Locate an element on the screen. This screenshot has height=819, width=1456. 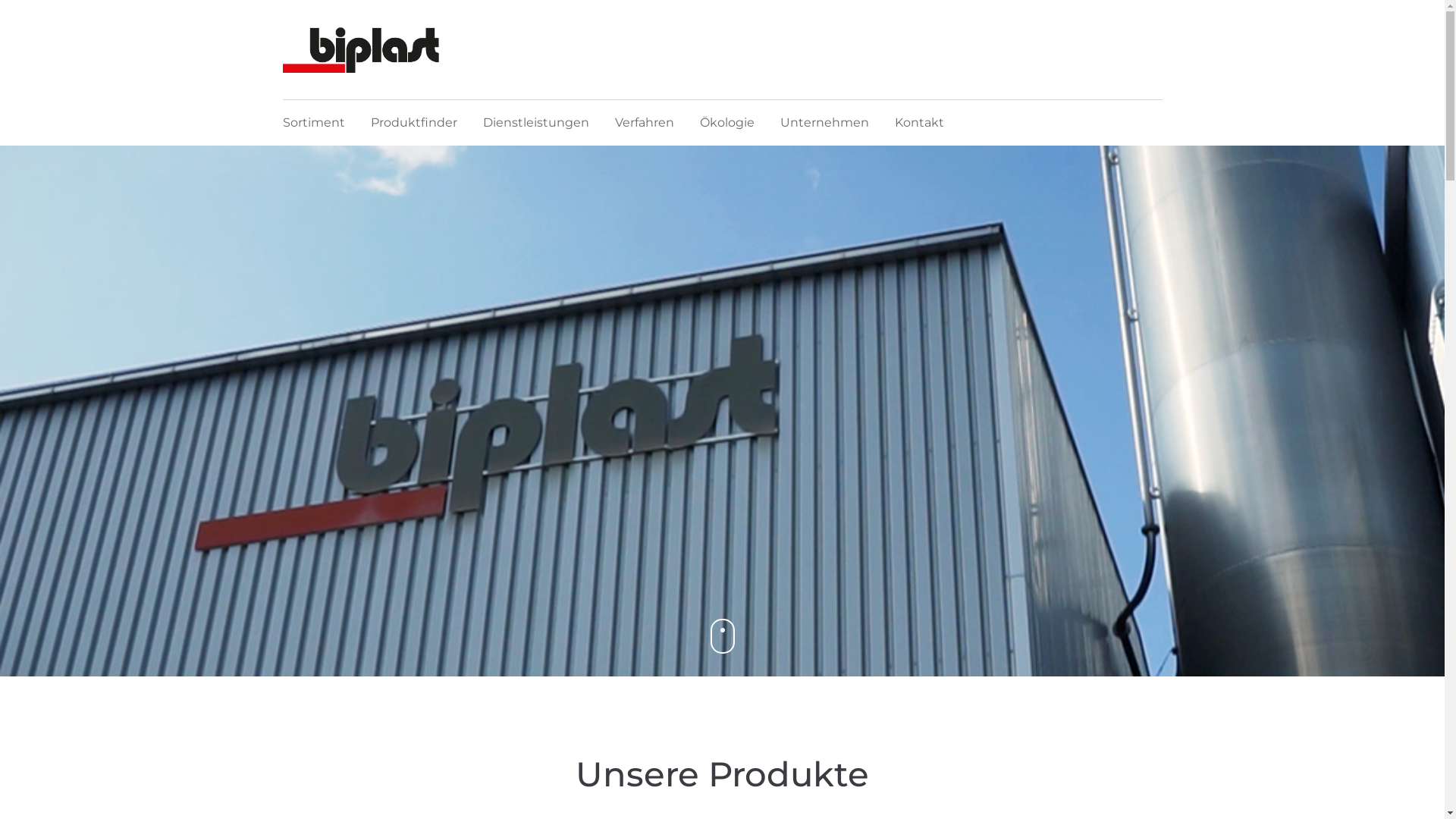
'Kontakt' is located at coordinates (918, 122).